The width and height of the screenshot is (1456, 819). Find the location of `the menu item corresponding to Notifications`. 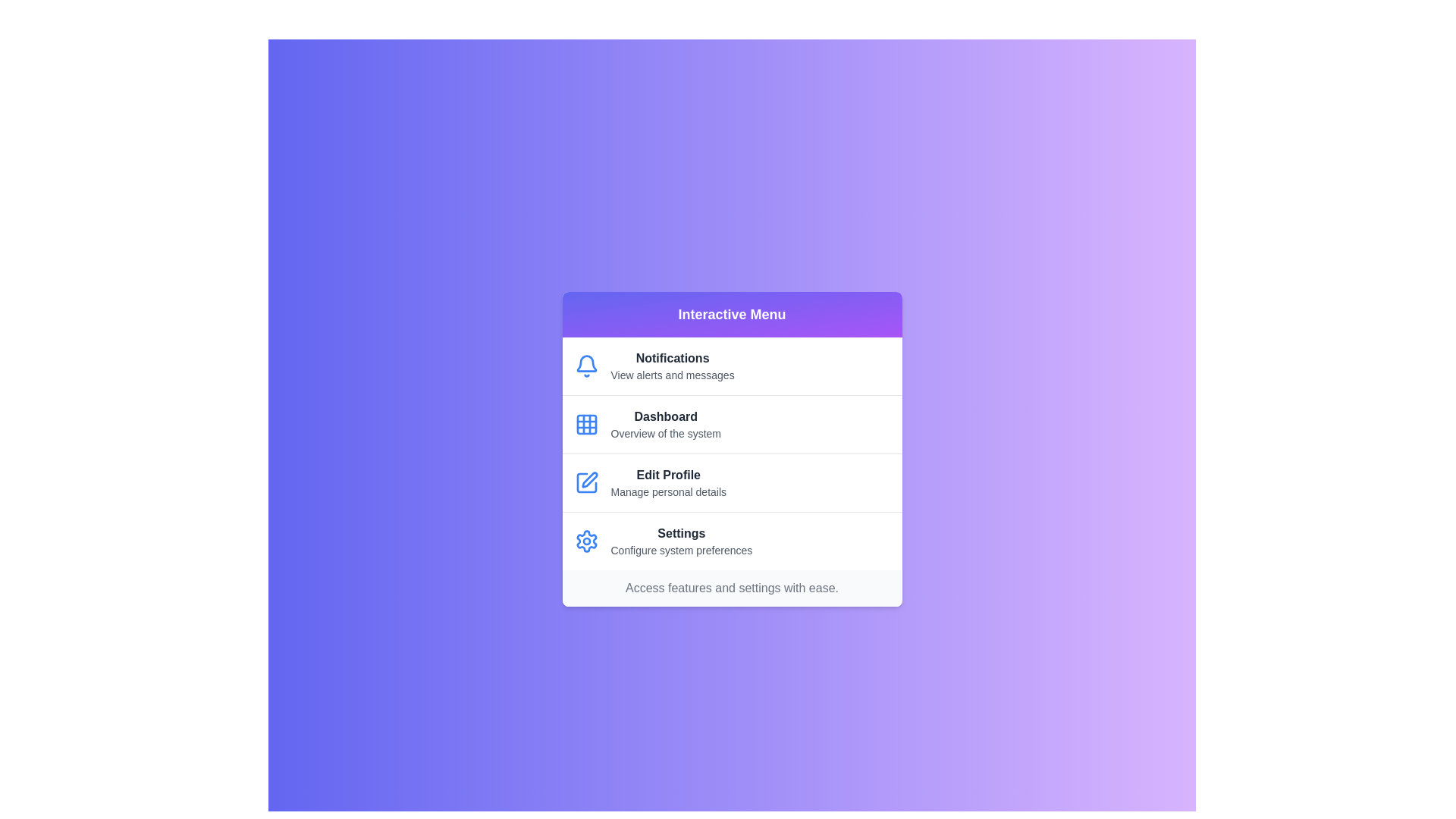

the menu item corresponding to Notifications is located at coordinates (732, 366).